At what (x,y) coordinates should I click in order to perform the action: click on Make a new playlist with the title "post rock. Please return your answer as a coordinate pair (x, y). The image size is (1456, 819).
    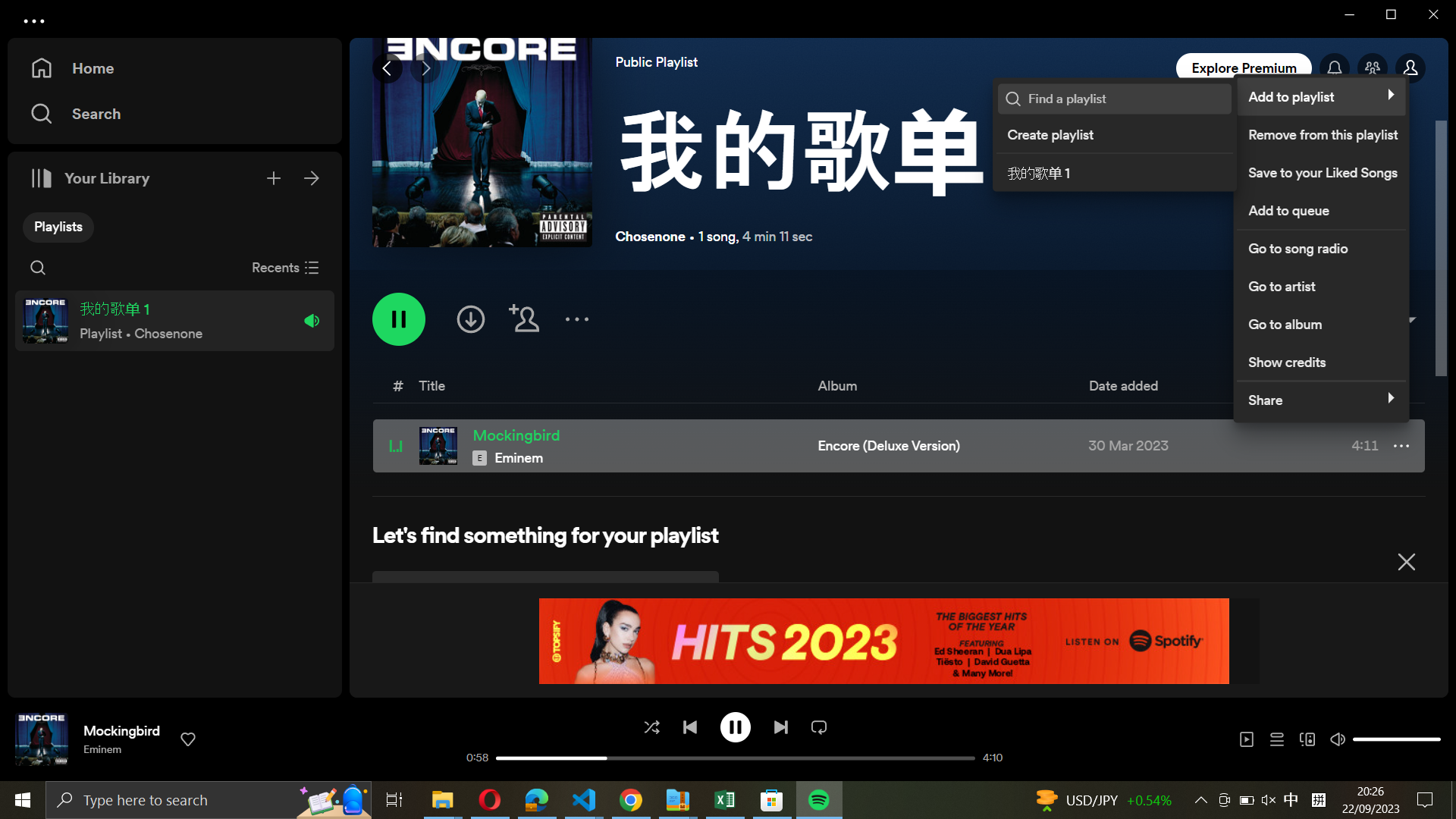
    Looking at the image, I should click on (1113, 131).